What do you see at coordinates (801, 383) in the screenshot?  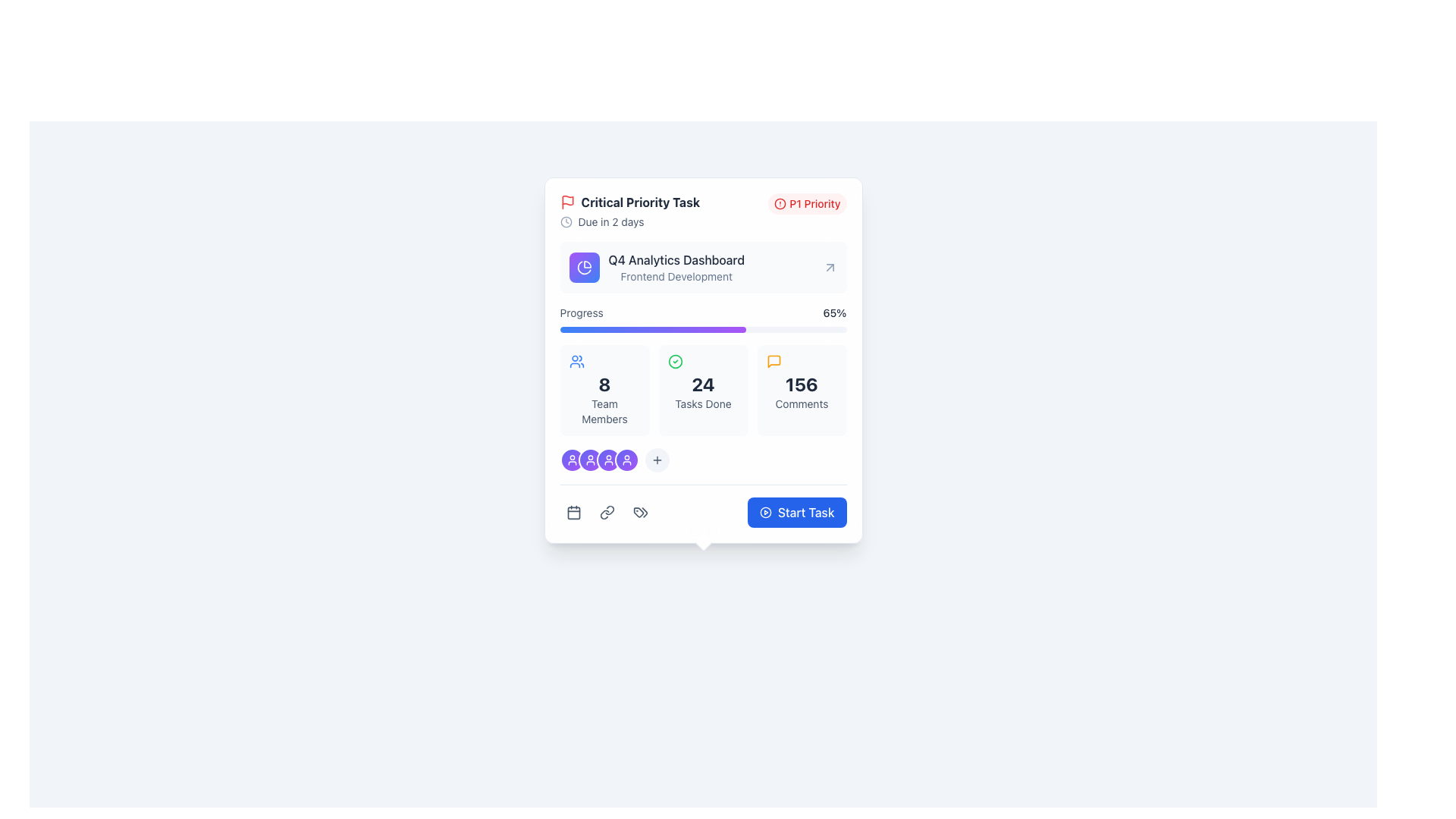 I see `the comments count text displayed in the lower-right section of the card UI, adjacent to the comments icon and the label 'Comments', to interact with related actions` at bounding box center [801, 383].